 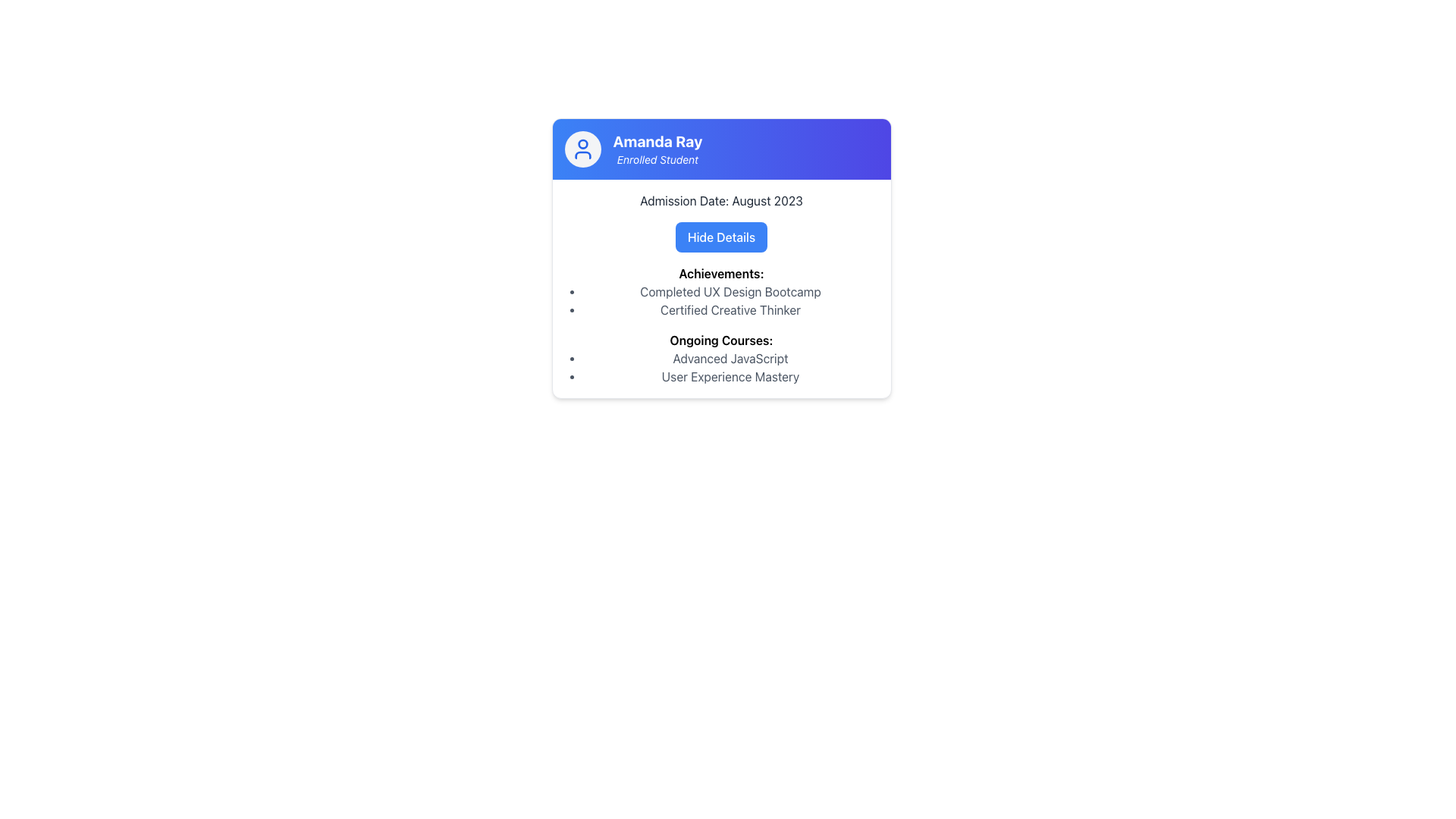 I want to click on the textual item reading 'Completed UX Design Bootcamp', which is the first item in the bullet-point list under the 'Achievements:' section, so click(x=730, y=292).